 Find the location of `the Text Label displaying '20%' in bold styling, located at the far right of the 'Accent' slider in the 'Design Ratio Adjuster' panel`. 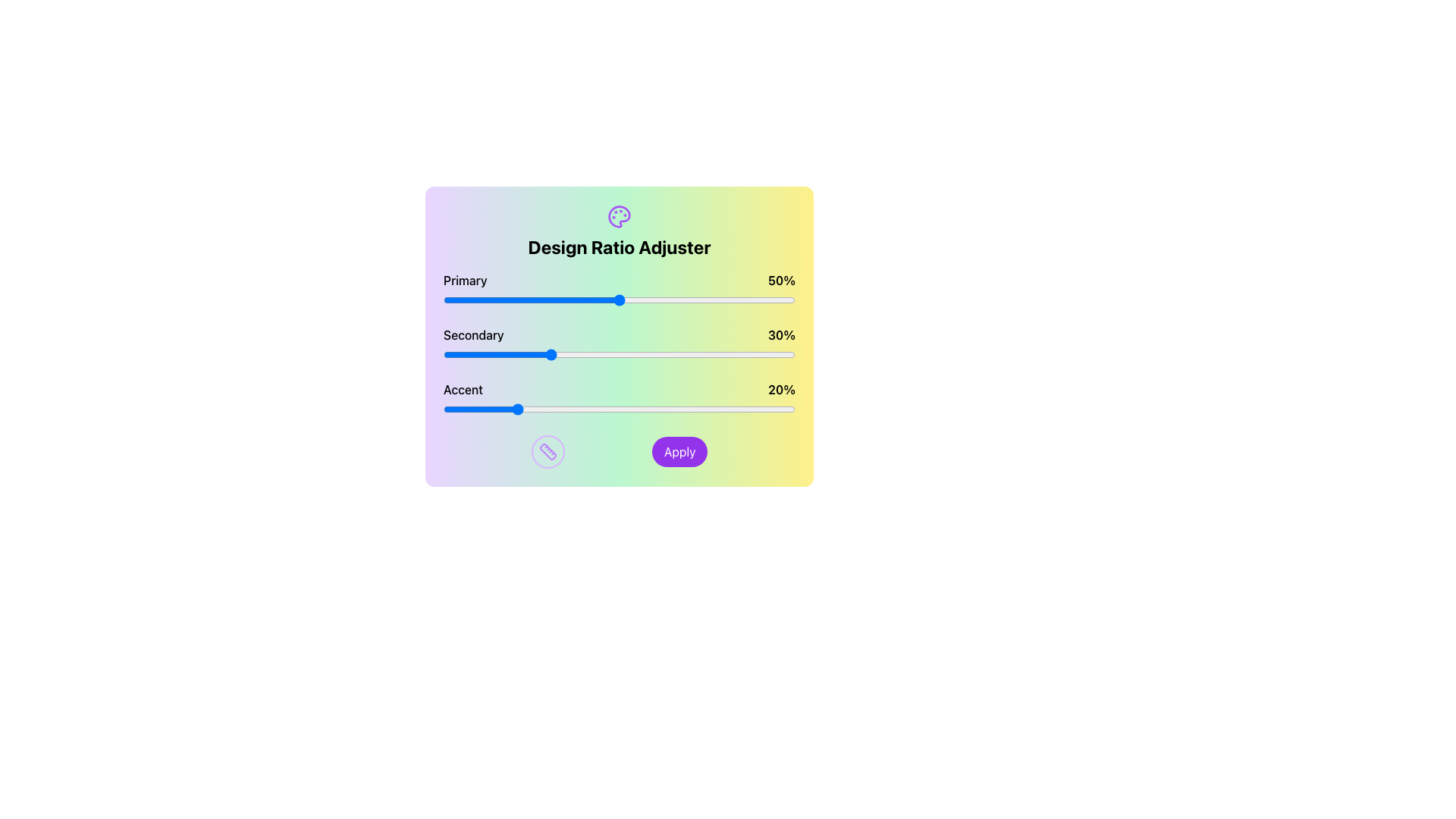

the Text Label displaying '20%' in bold styling, located at the far right of the 'Accent' slider in the 'Design Ratio Adjuster' panel is located at coordinates (782, 388).